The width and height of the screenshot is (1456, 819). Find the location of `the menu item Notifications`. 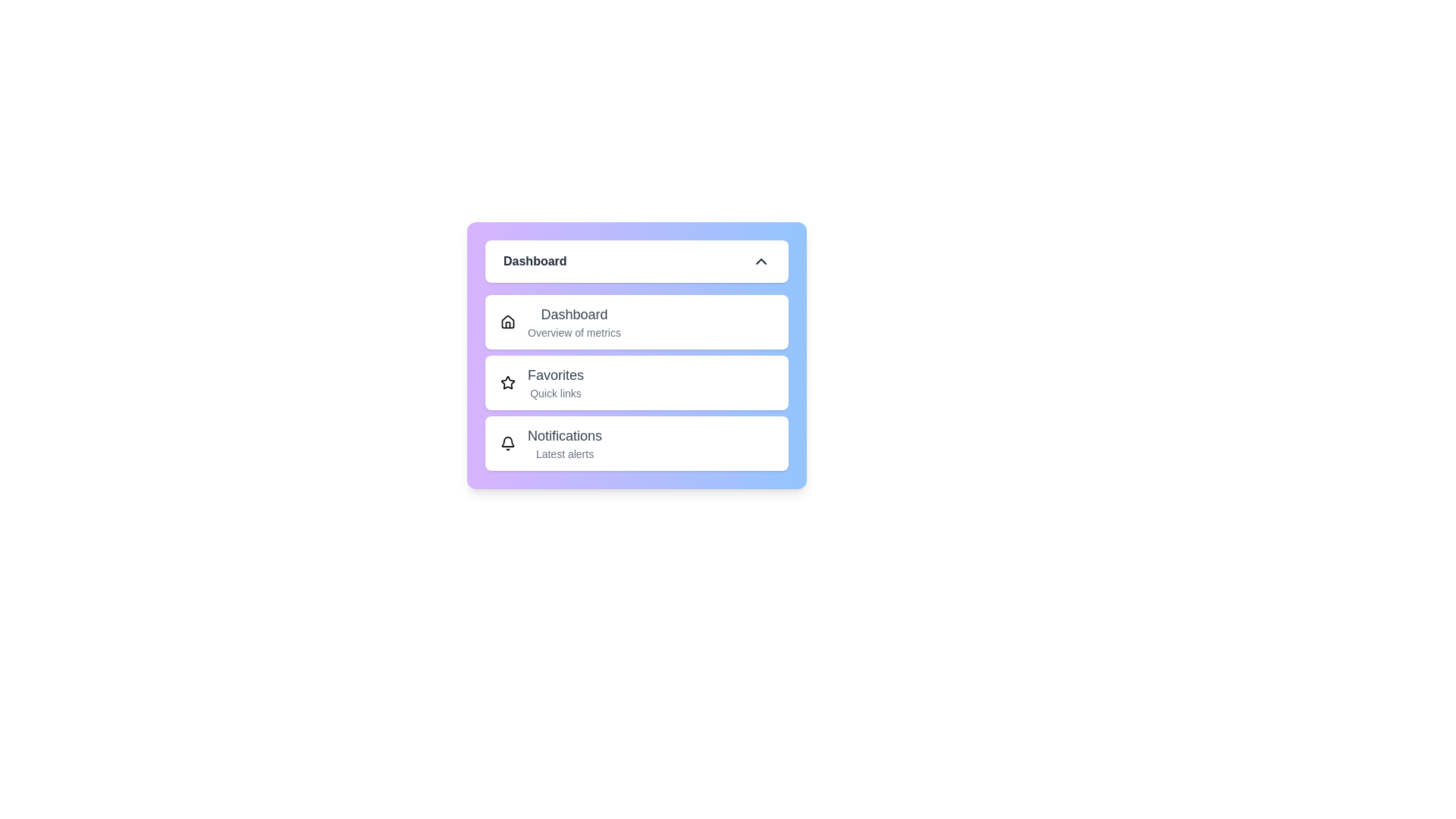

the menu item Notifications is located at coordinates (637, 444).